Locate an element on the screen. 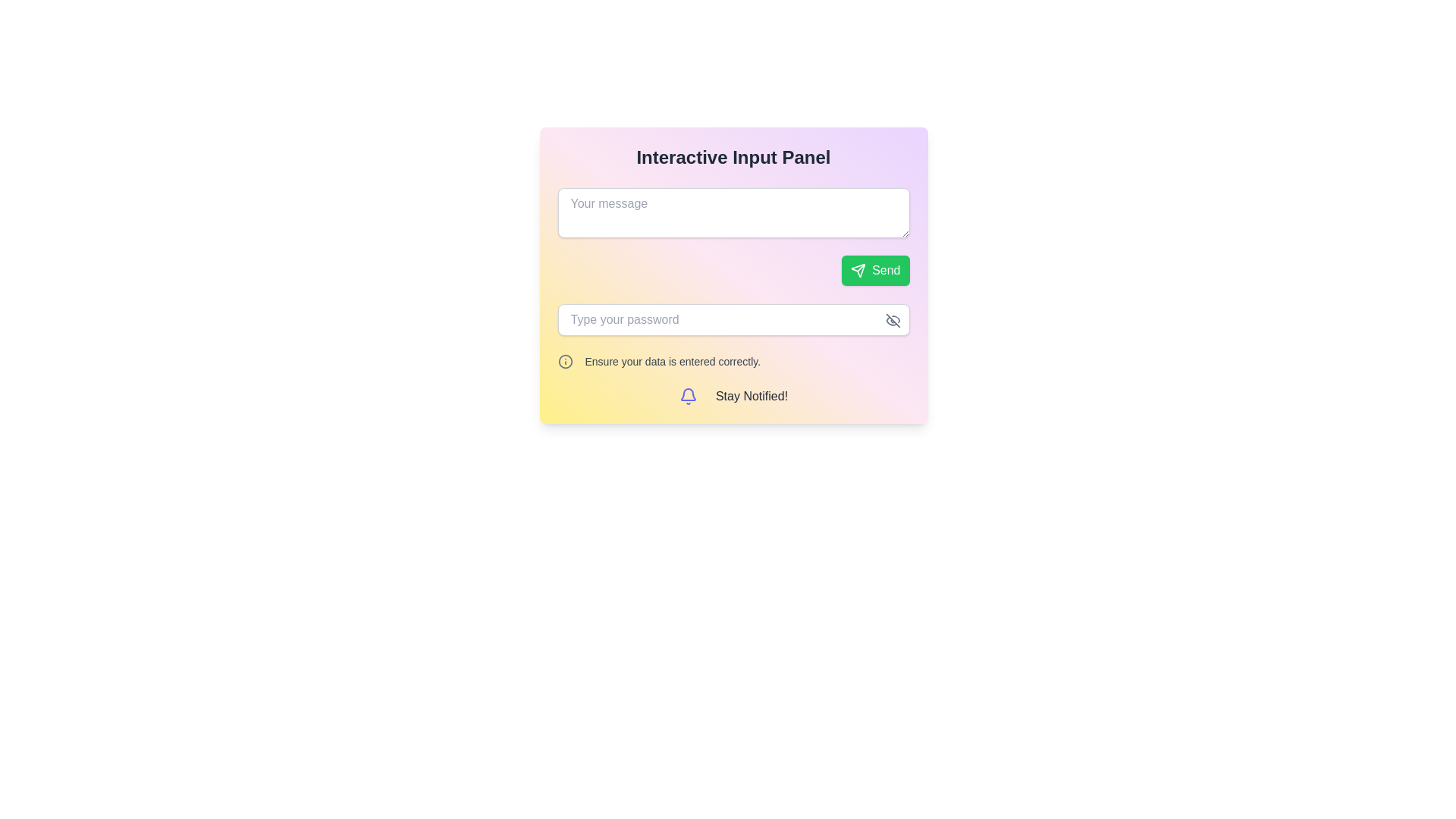 The height and width of the screenshot is (819, 1456). the text label that reads 'Ensure your data is entered correctly' which is in gray font and located to the right of an information icon is located at coordinates (672, 362).